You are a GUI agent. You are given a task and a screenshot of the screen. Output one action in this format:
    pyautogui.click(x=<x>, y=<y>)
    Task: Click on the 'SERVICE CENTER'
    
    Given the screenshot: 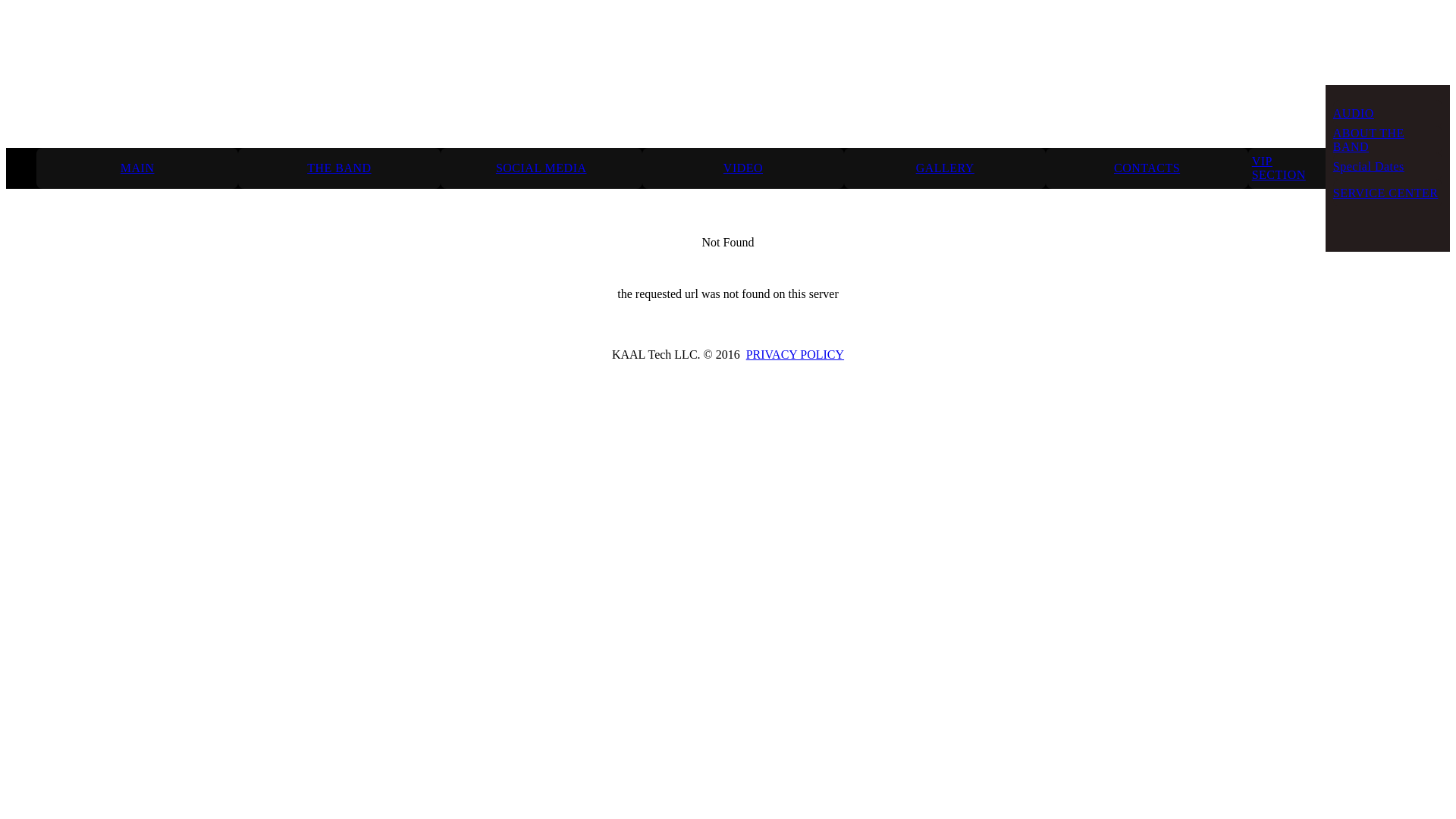 What is the action you would take?
    pyautogui.click(x=1332, y=192)
    